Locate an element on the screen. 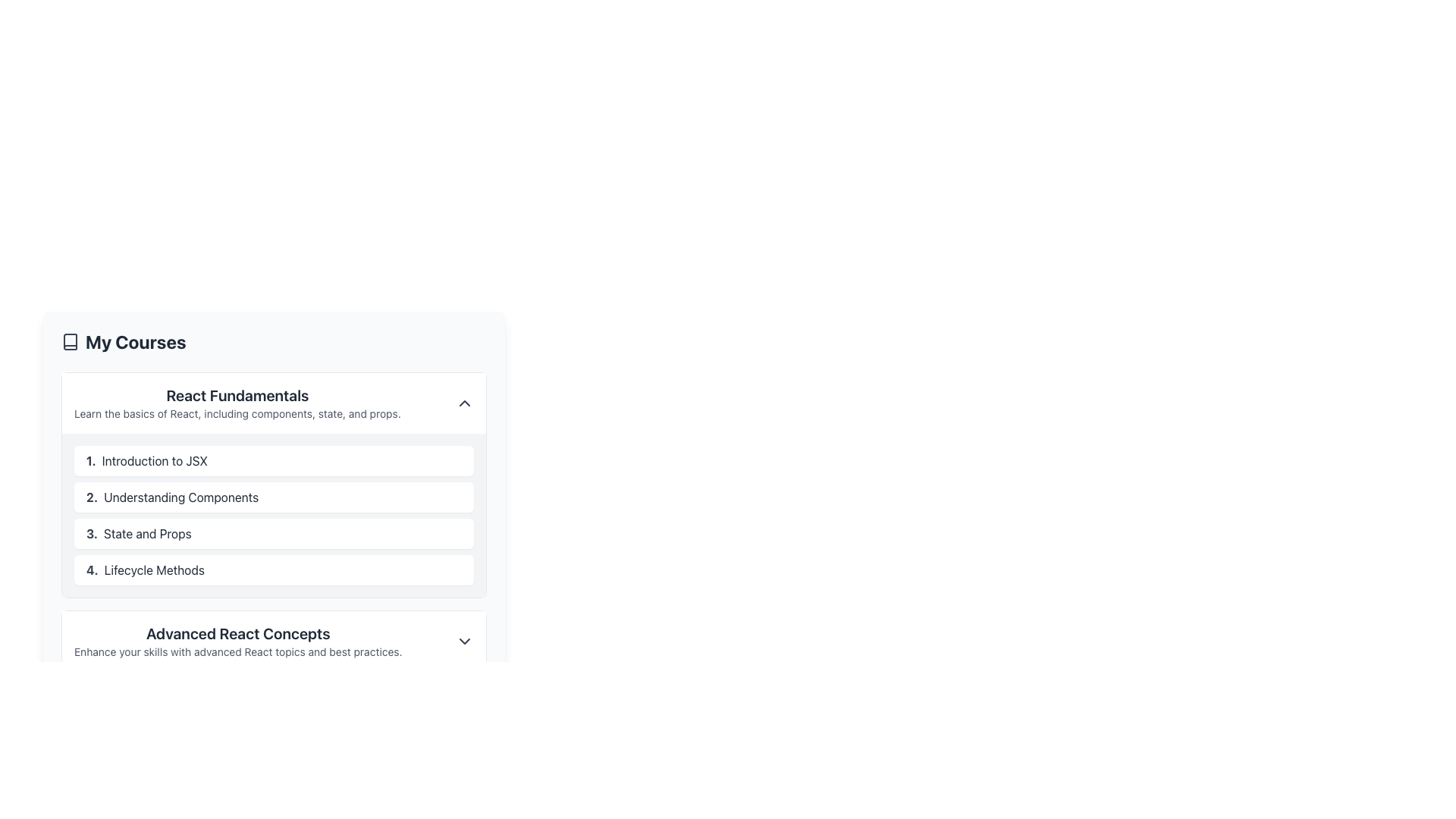 This screenshot has width=1456, height=819. the List Item for 'Introduction to JSX' within the 'React Fundamentals' section is located at coordinates (274, 476).